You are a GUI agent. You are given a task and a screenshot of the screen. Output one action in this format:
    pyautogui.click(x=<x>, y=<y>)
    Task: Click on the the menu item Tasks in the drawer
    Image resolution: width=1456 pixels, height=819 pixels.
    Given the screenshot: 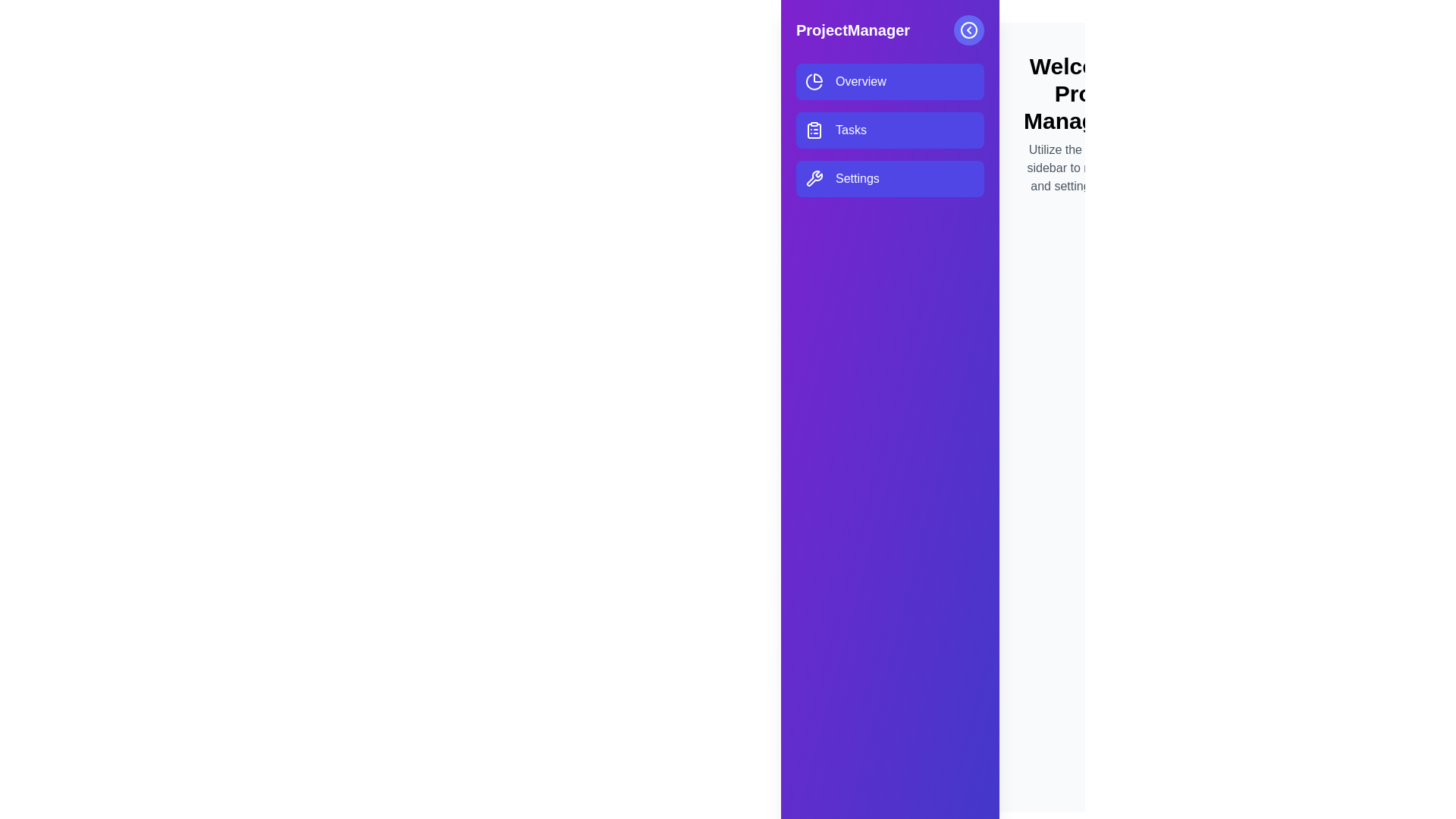 What is the action you would take?
    pyautogui.click(x=890, y=130)
    